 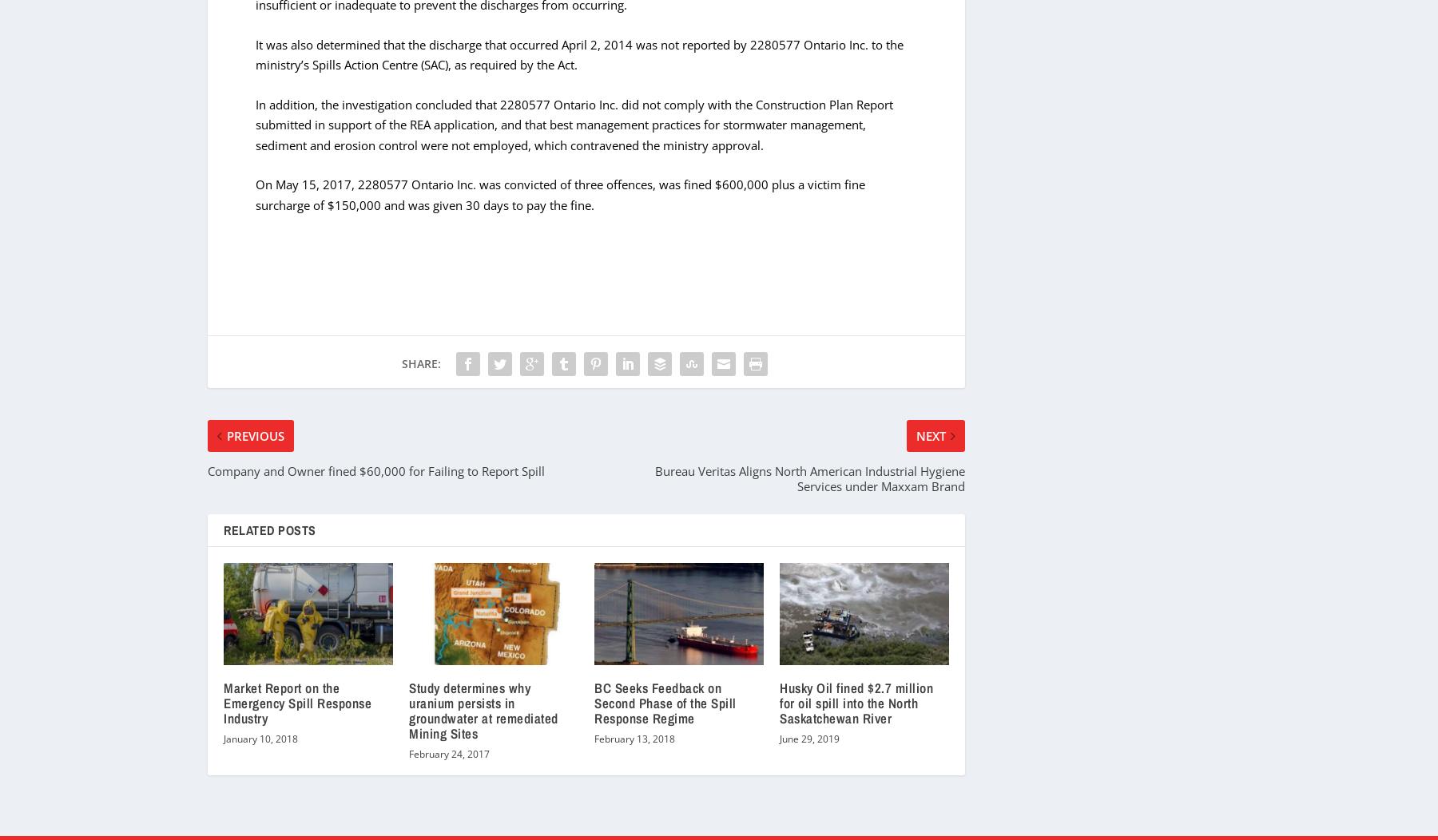 I want to click on 'June 29, 2019', so click(x=809, y=738).